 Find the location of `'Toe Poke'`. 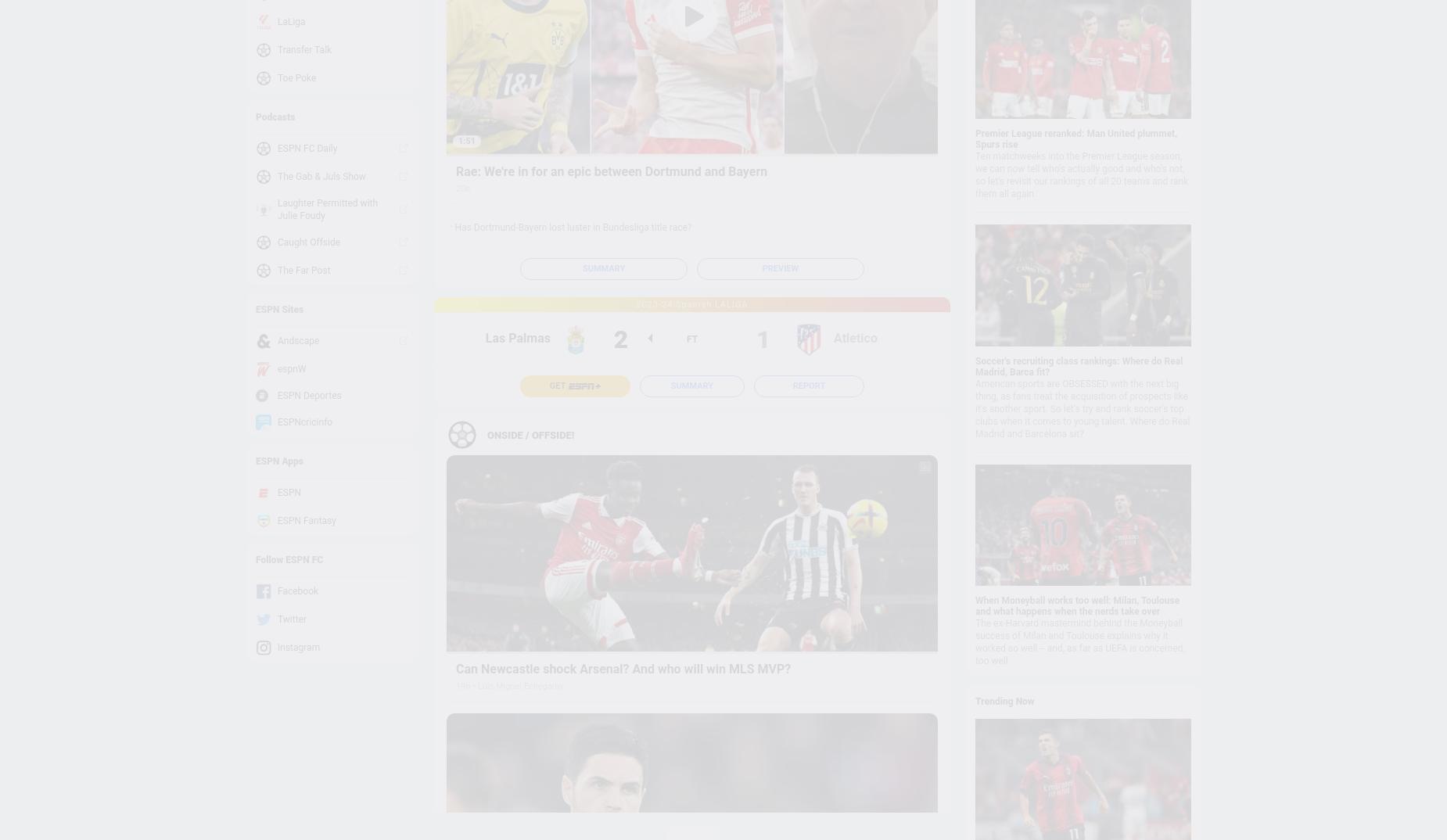

'Toe Poke' is located at coordinates (277, 77).